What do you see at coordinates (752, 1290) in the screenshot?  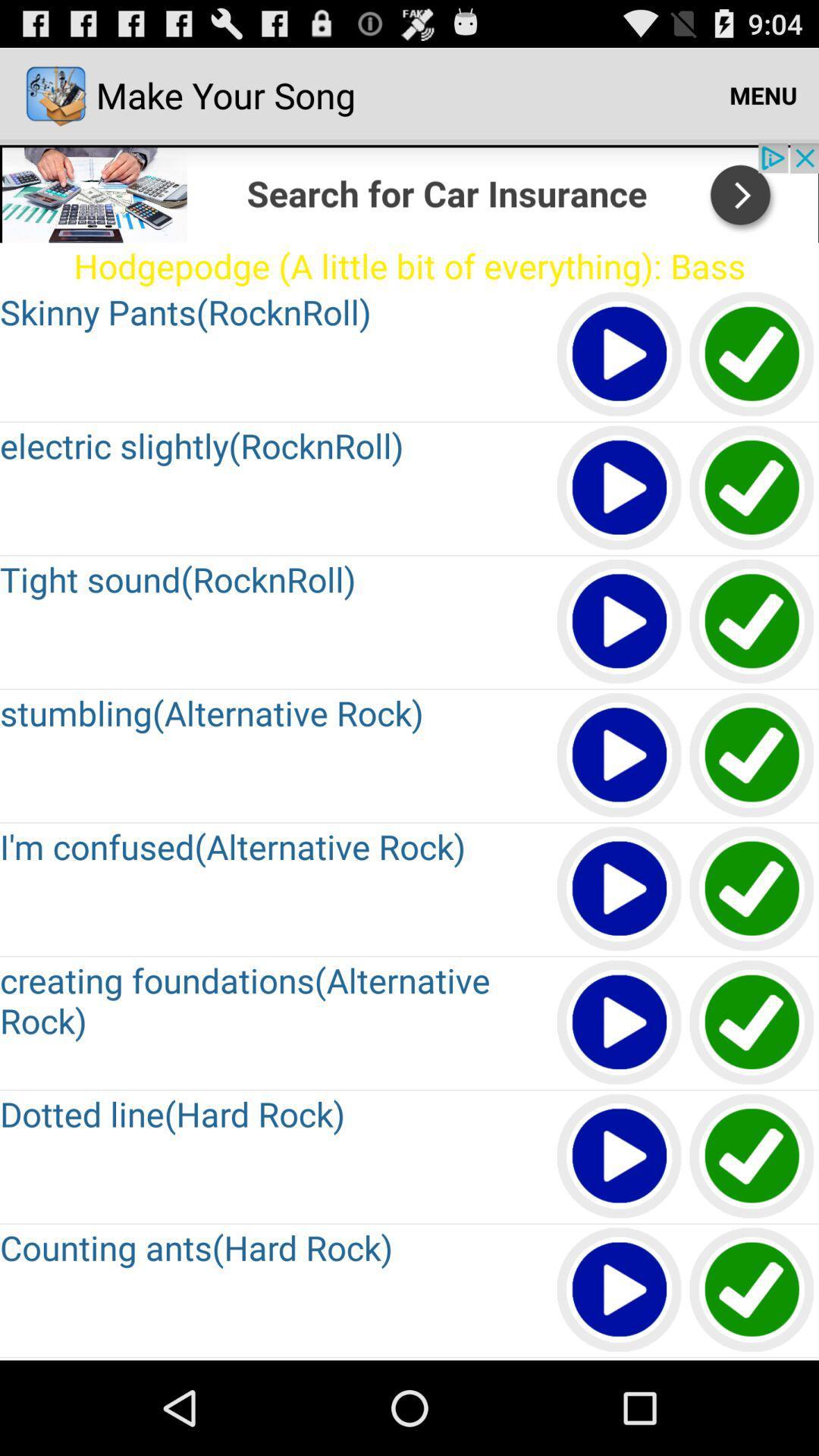 I see `option` at bounding box center [752, 1290].